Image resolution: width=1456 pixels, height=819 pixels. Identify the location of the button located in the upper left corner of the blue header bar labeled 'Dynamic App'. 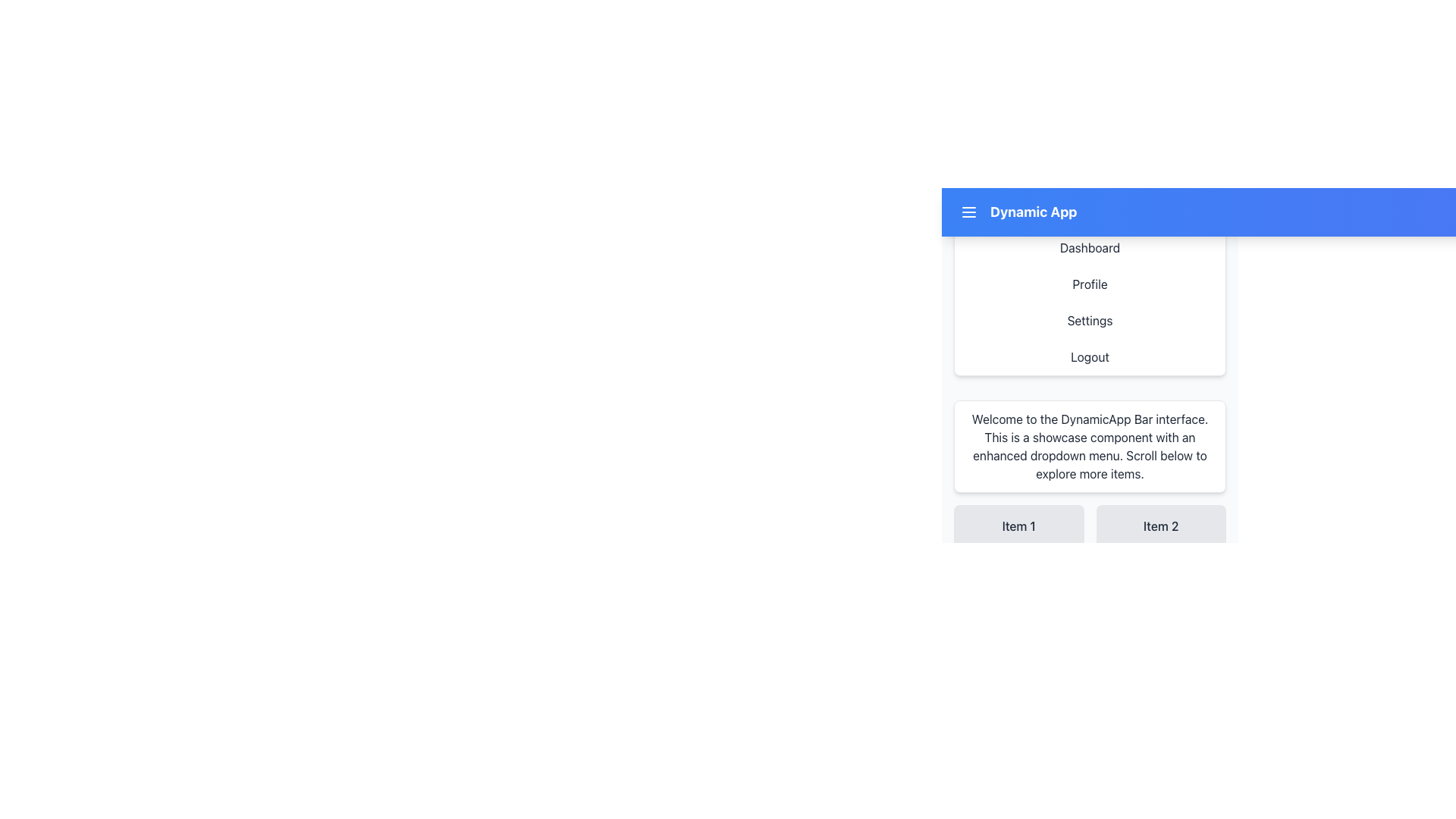
(968, 212).